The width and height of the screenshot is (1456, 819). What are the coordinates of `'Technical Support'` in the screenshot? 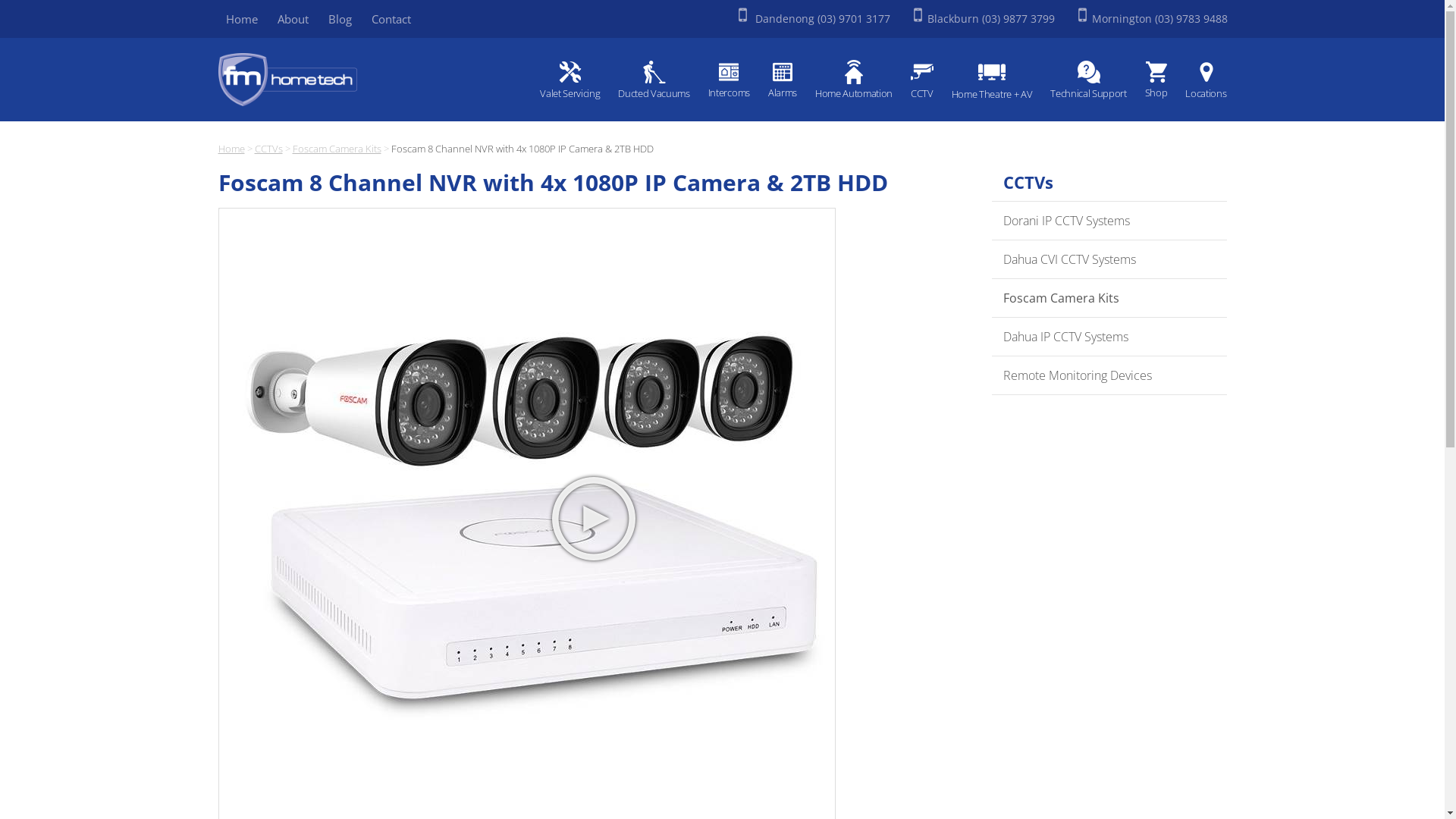 It's located at (1087, 81).